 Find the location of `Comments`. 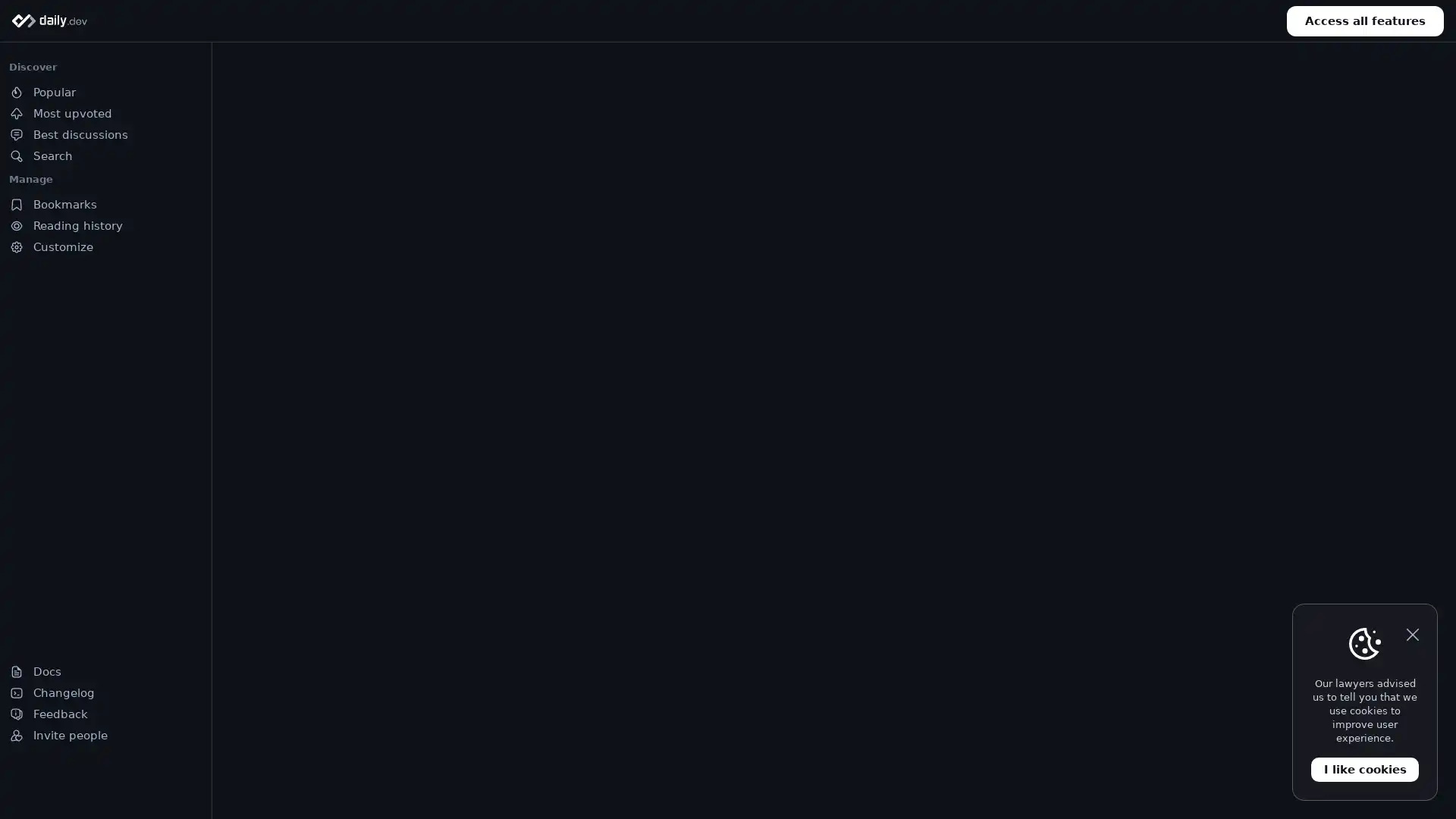

Comments is located at coordinates (432, 739).